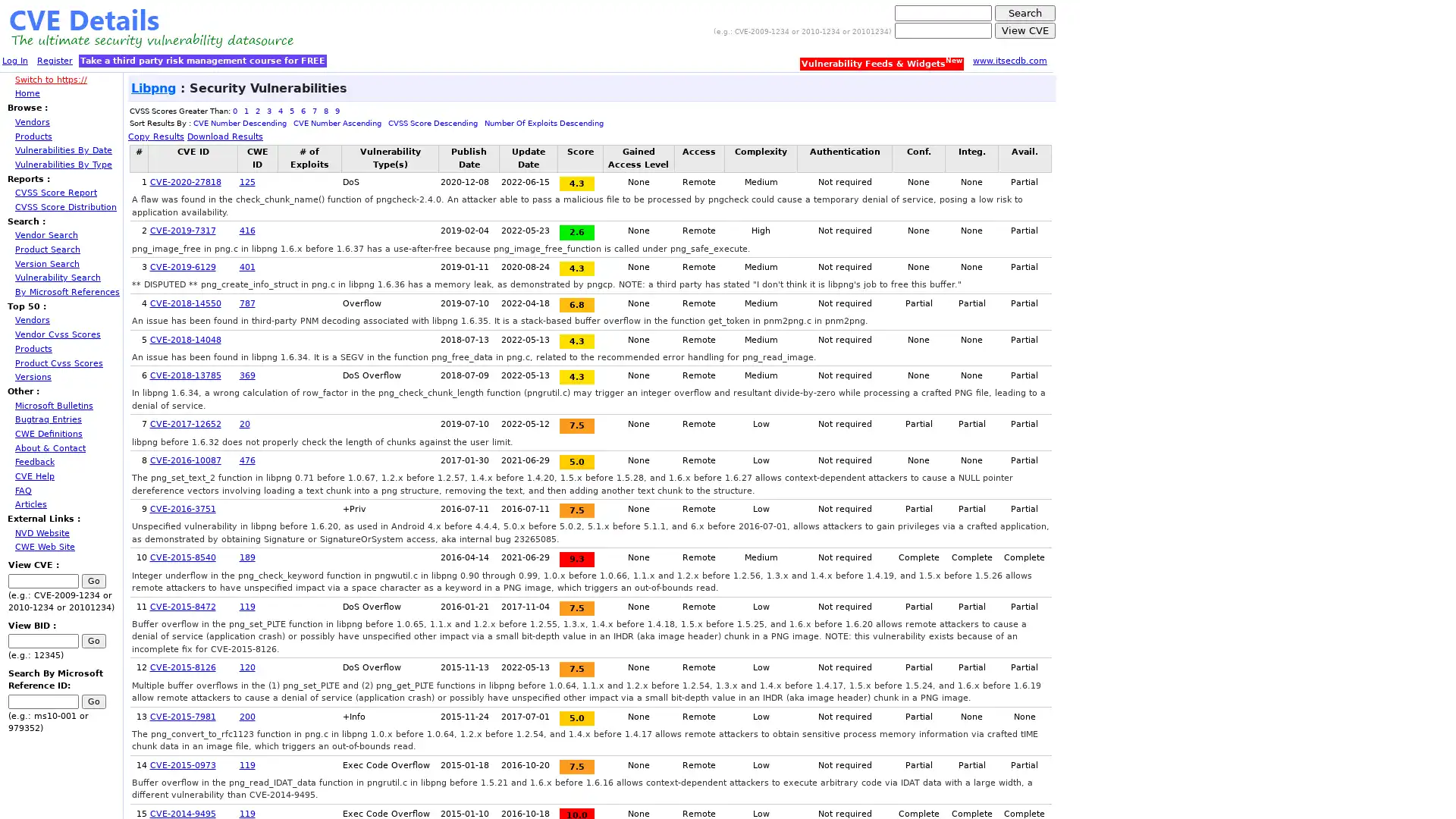 The image size is (1456, 819). What do you see at coordinates (93, 701) in the screenshot?
I see `Go` at bounding box center [93, 701].